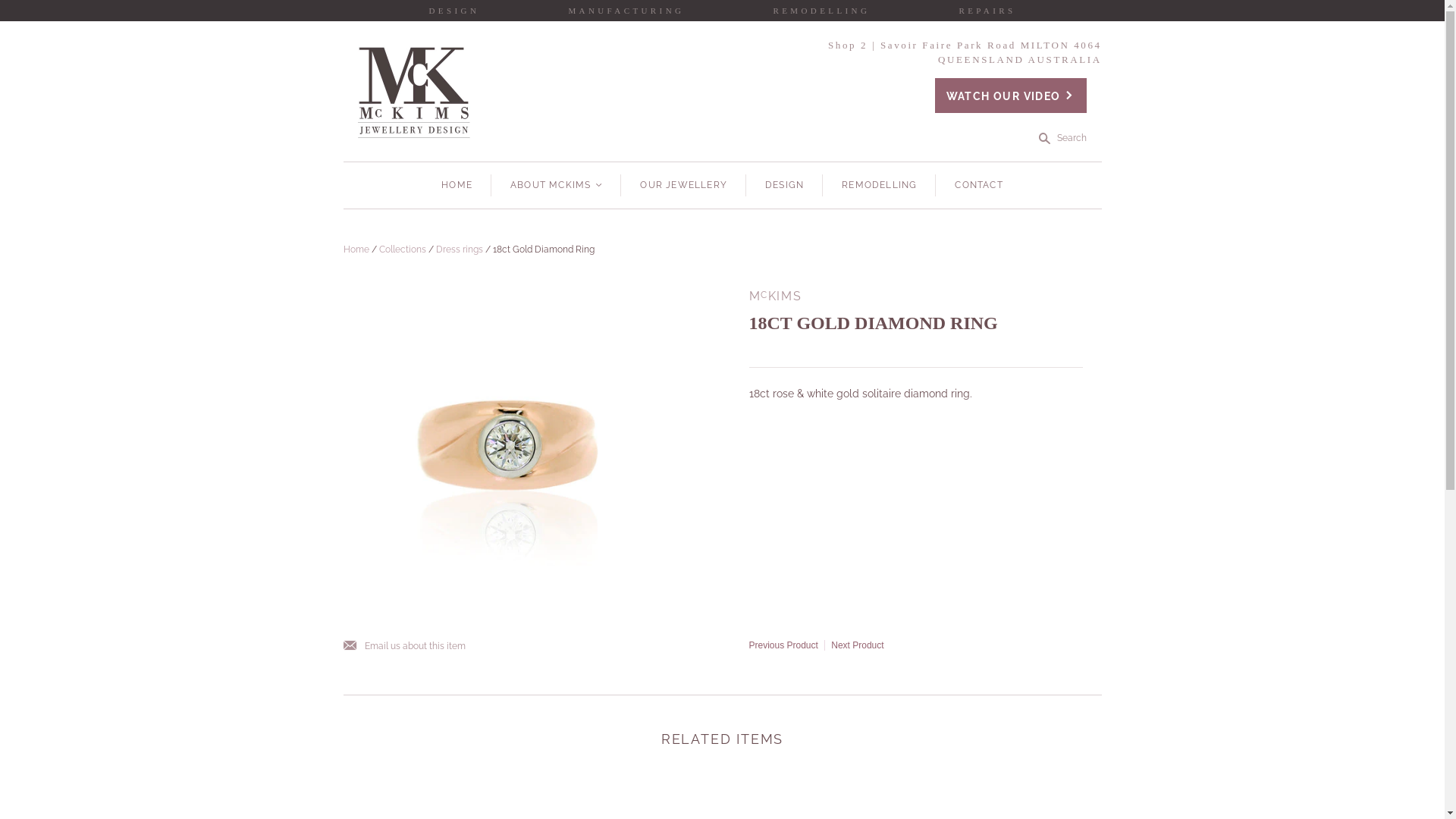 This screenshot has width=1456, height=819. What do you see at coordinates (456, 184) in the screenshot?
I see `'HOME'` at bounding box center [456, 184].